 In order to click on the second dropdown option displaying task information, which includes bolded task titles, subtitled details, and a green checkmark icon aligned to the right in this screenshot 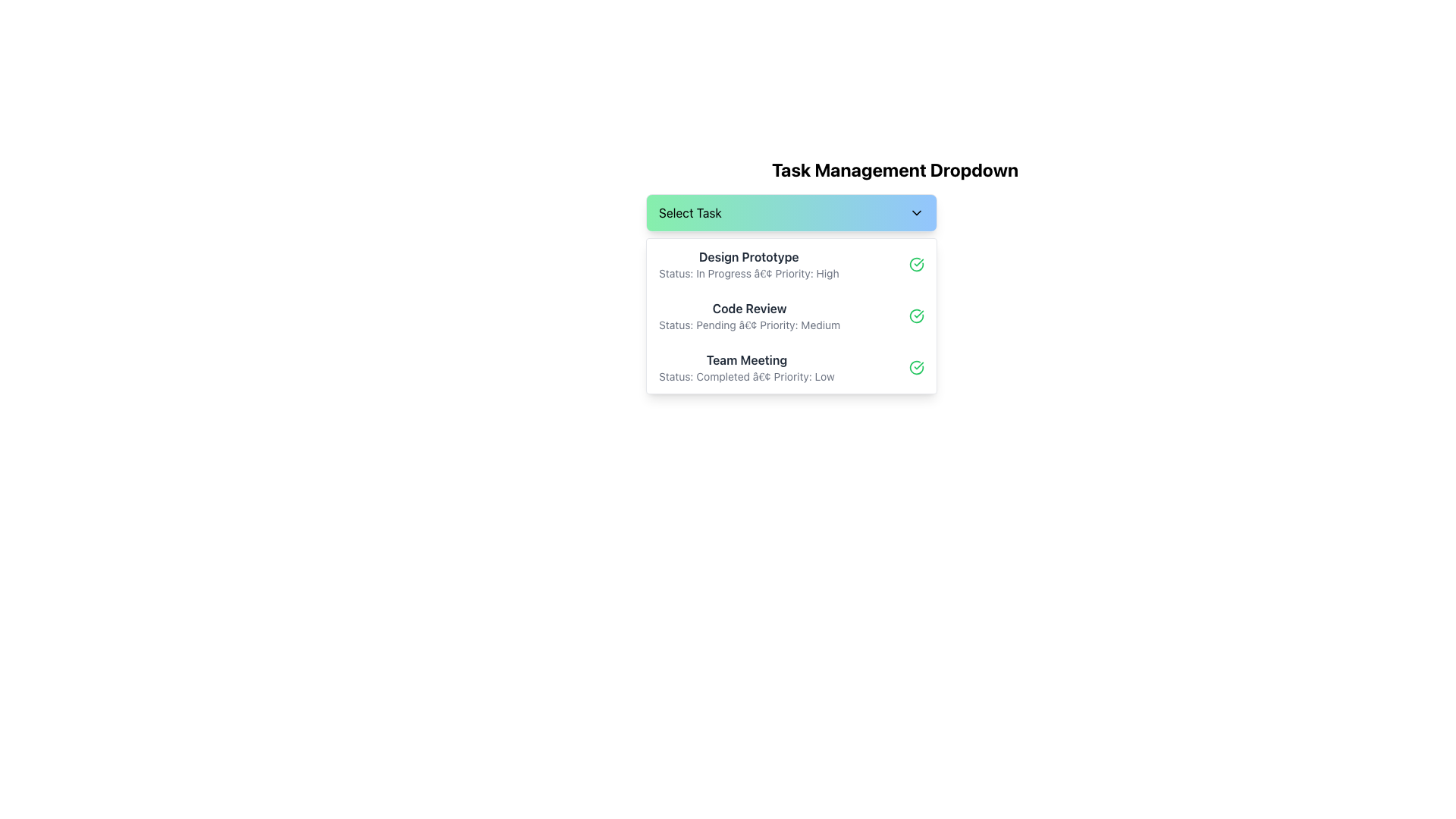, I will do `click(790, 315)`.